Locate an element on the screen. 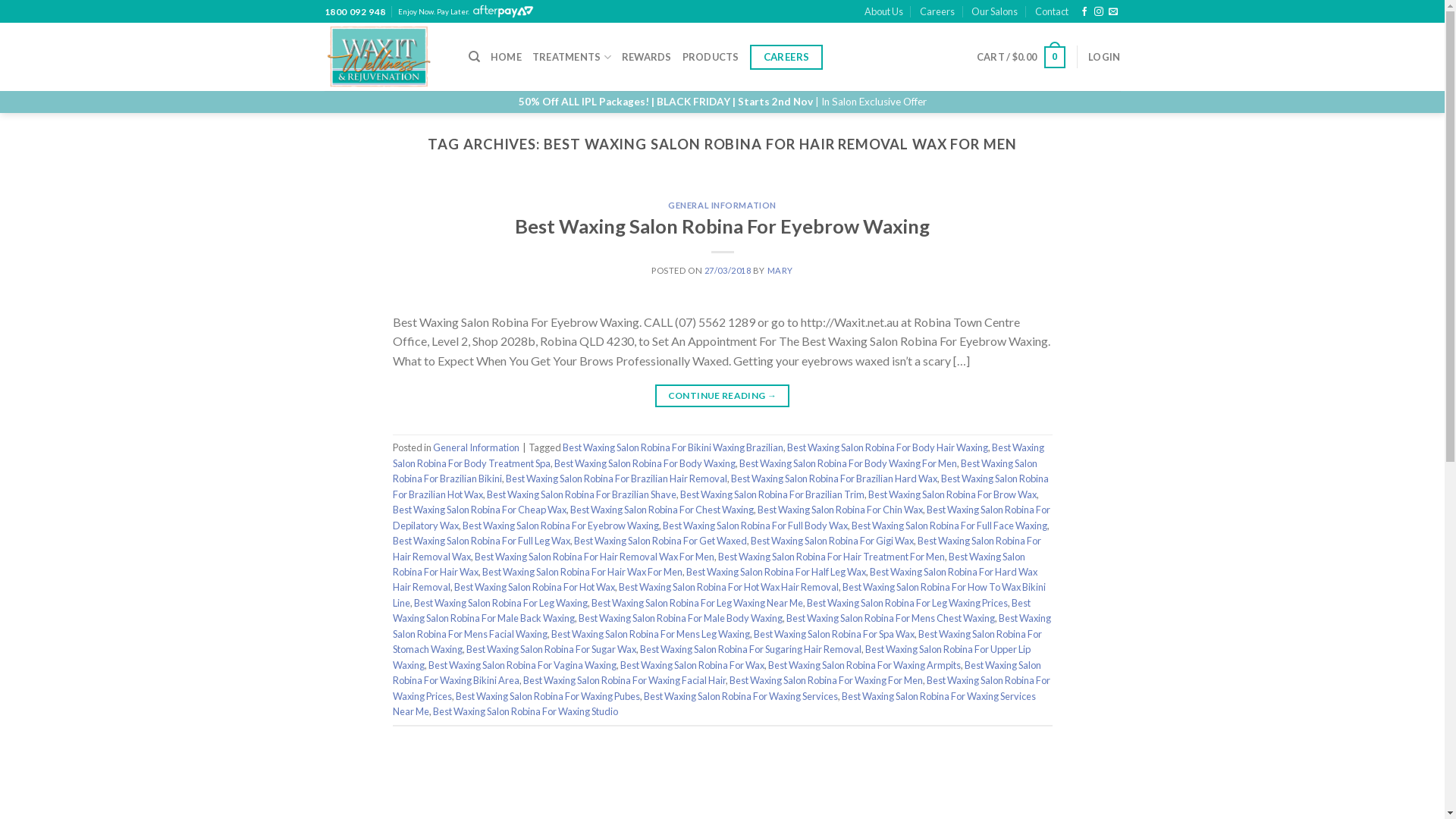  'REWARDS' is located at coordinates (622, 55).